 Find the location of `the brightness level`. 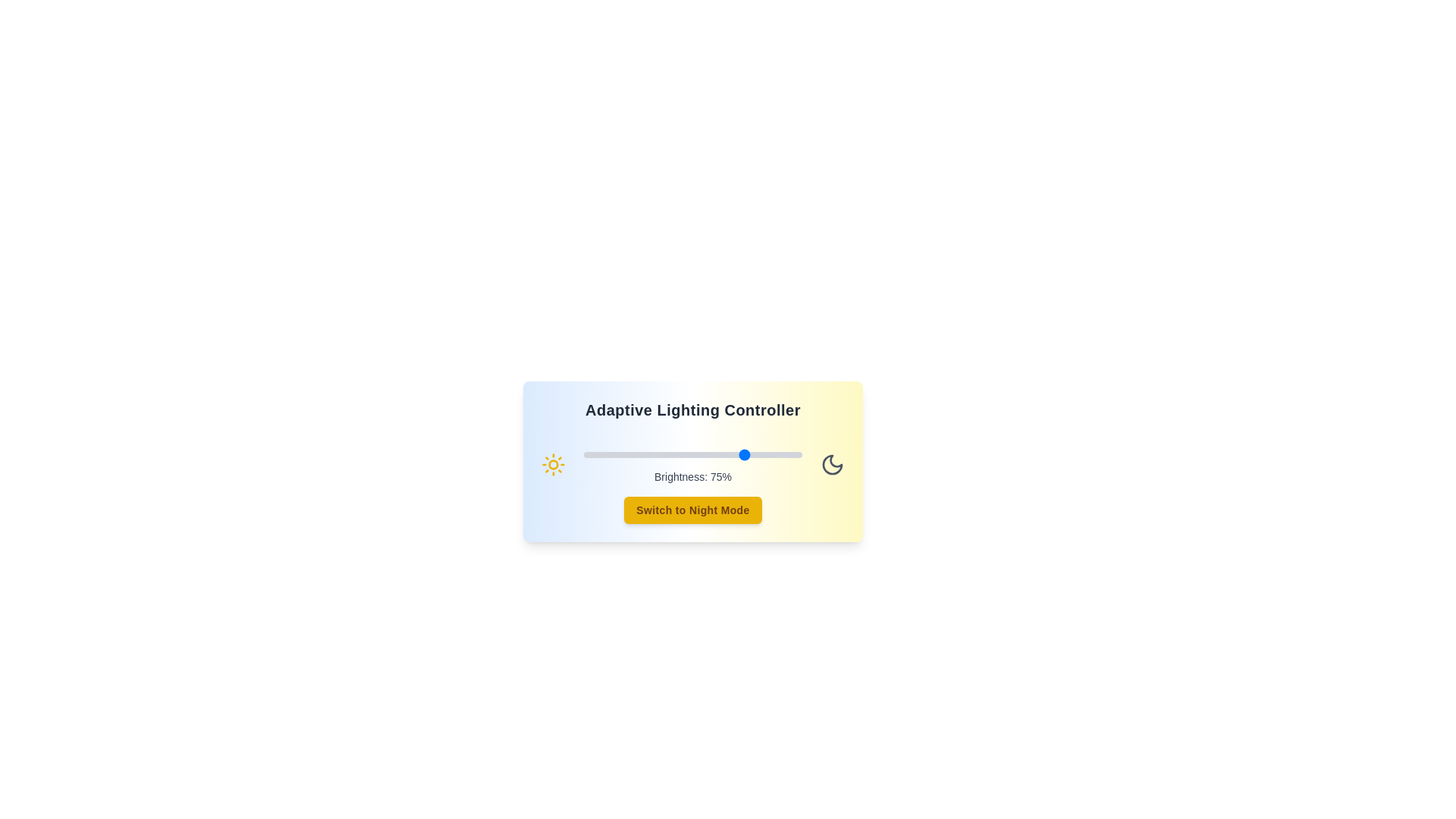

the brightness level is located at coordinates (596, 454).